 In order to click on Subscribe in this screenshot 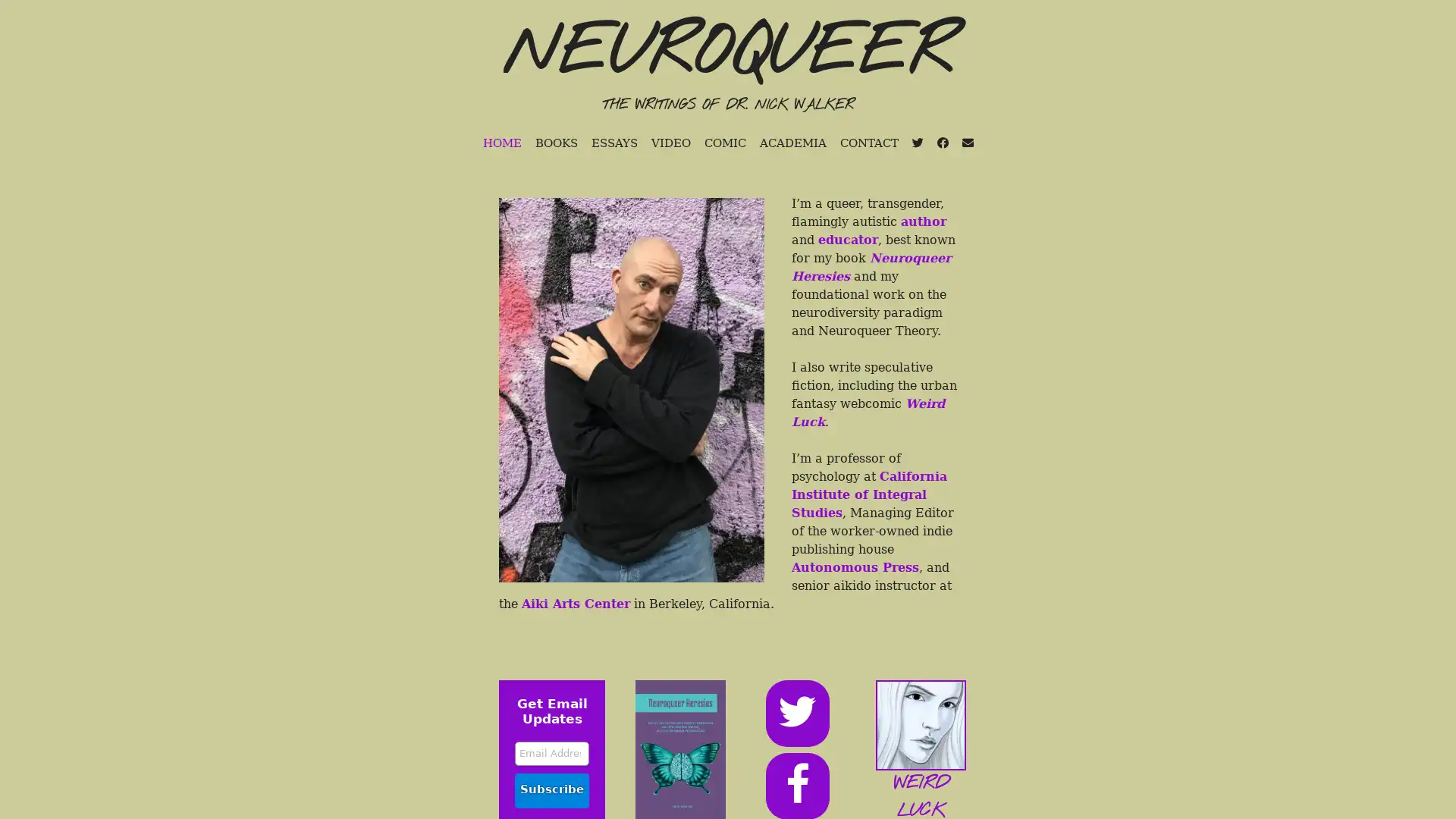, I will do `click(551, 788)`.